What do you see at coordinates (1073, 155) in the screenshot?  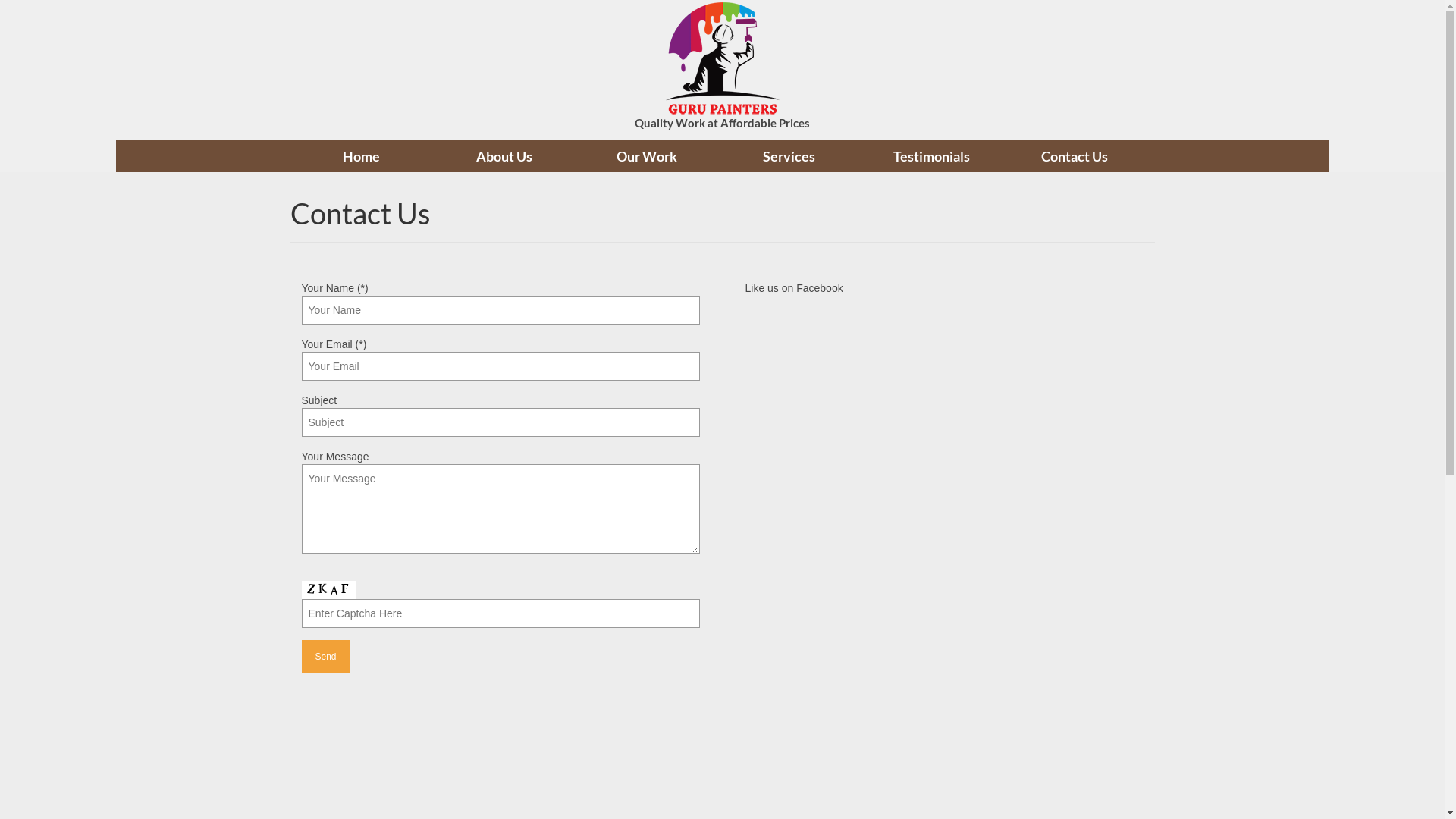 I see `'Contact Us'` at bounding box center [1073, 155].